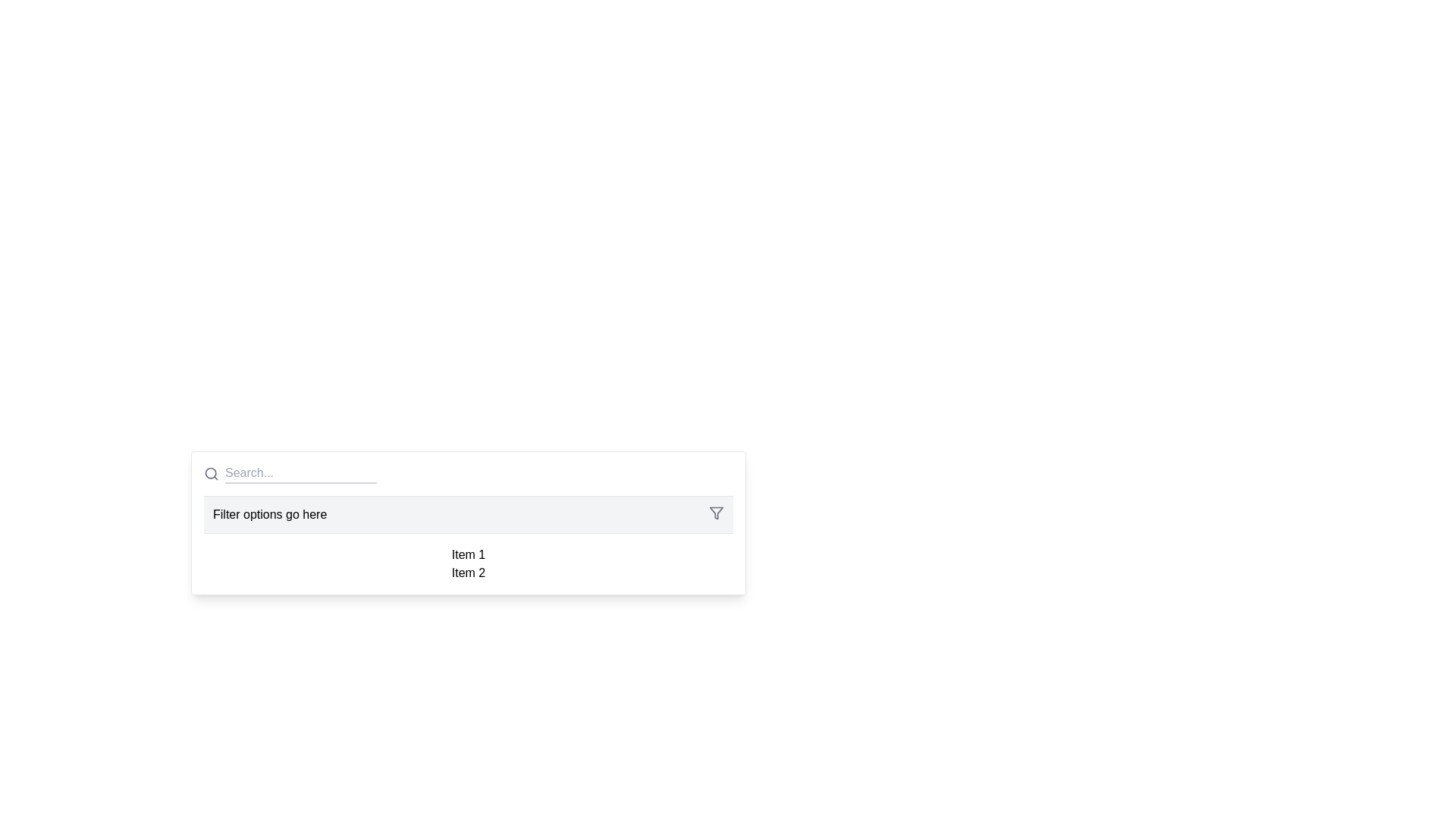  I want to click on the SVG circle element that represents the lens of the magnifying glass icon preceding the 'Search...' input field, so click(210, 472).